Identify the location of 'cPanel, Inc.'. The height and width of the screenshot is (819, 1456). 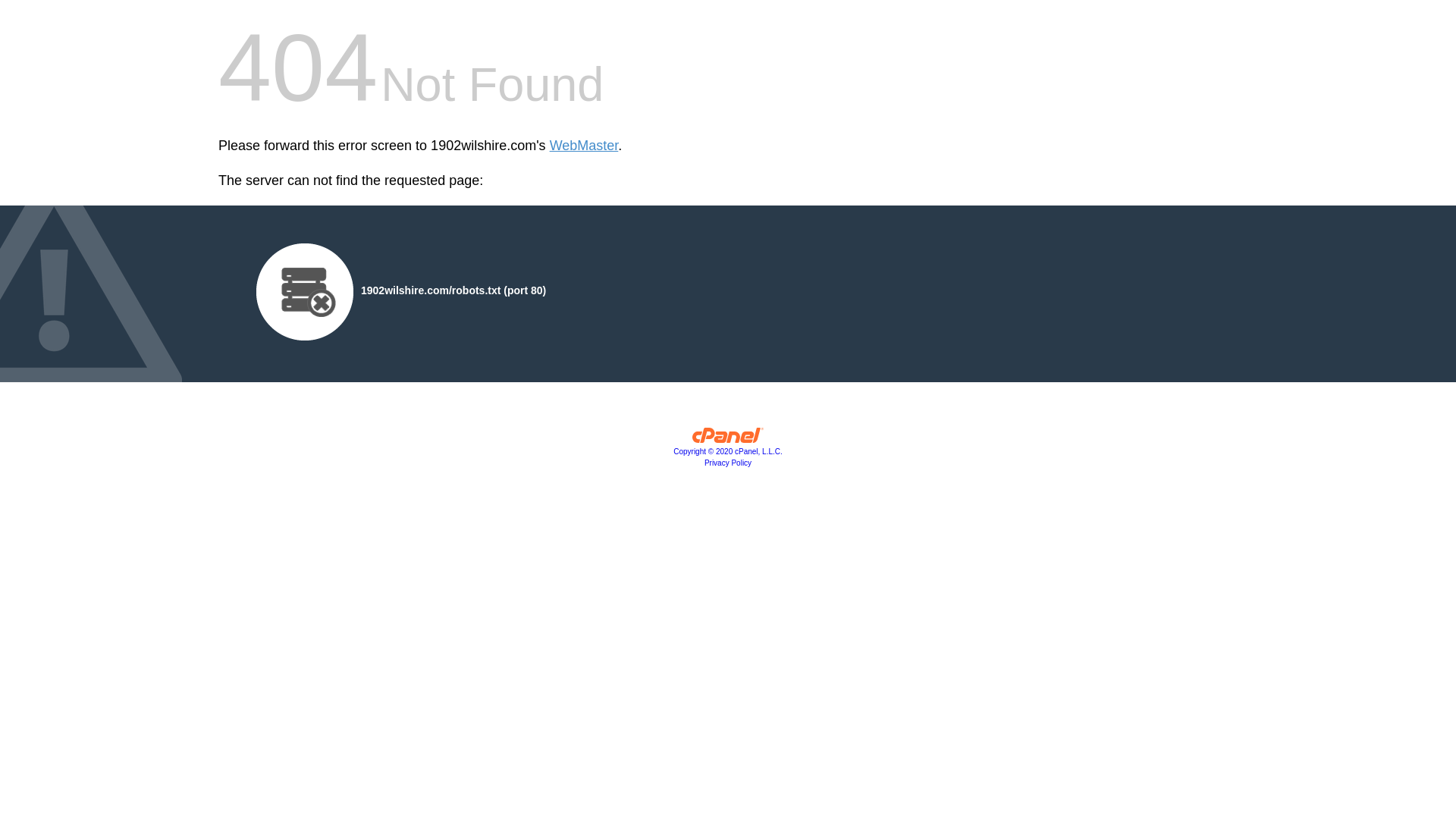
(728, 438).